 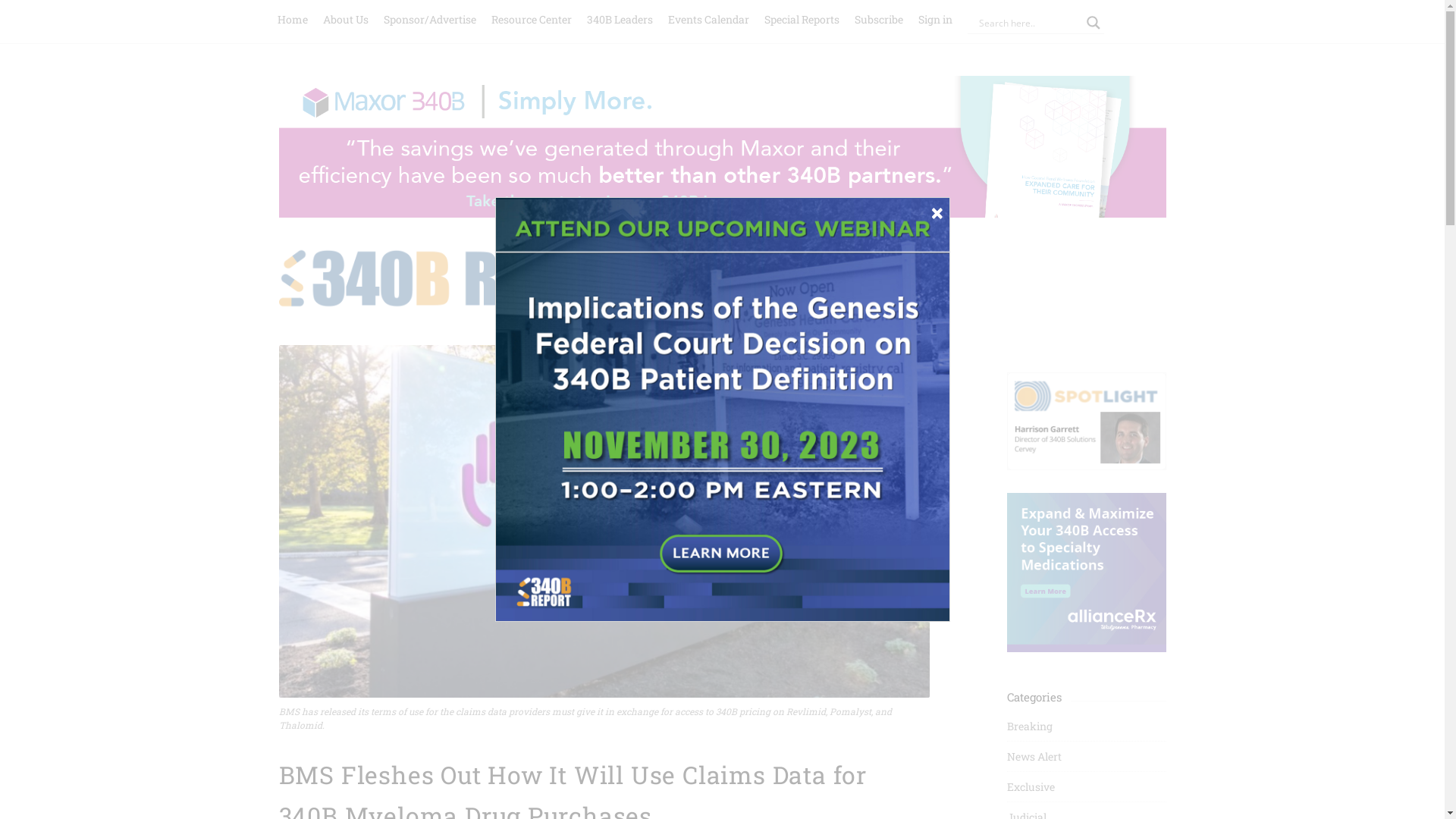 I want to click on 'Subscribe', so click(x=877, y=18).